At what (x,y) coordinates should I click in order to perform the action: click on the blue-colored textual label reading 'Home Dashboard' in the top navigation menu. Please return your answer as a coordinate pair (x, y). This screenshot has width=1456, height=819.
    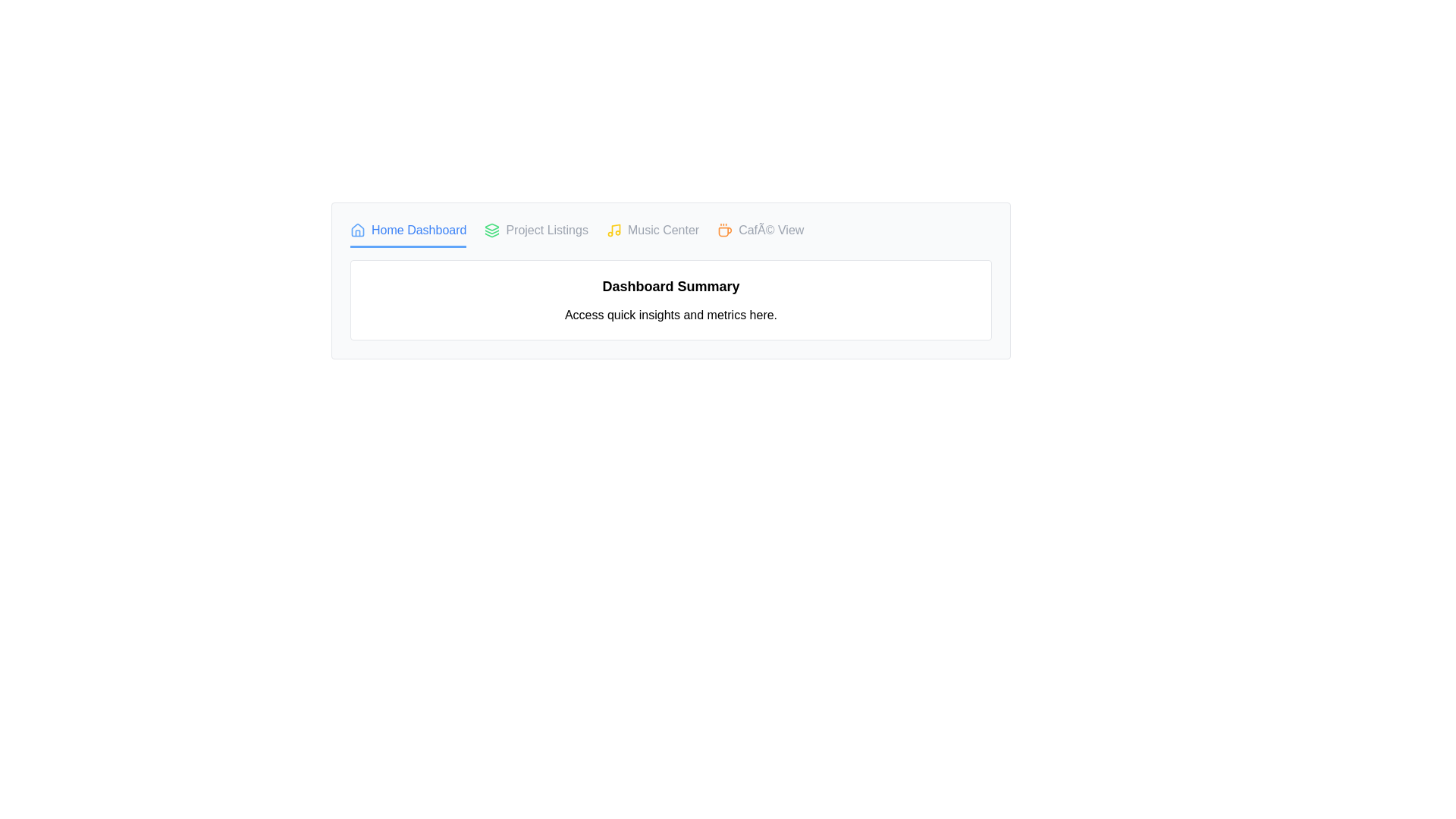
    Looking at the image, I should click on (419, 231).